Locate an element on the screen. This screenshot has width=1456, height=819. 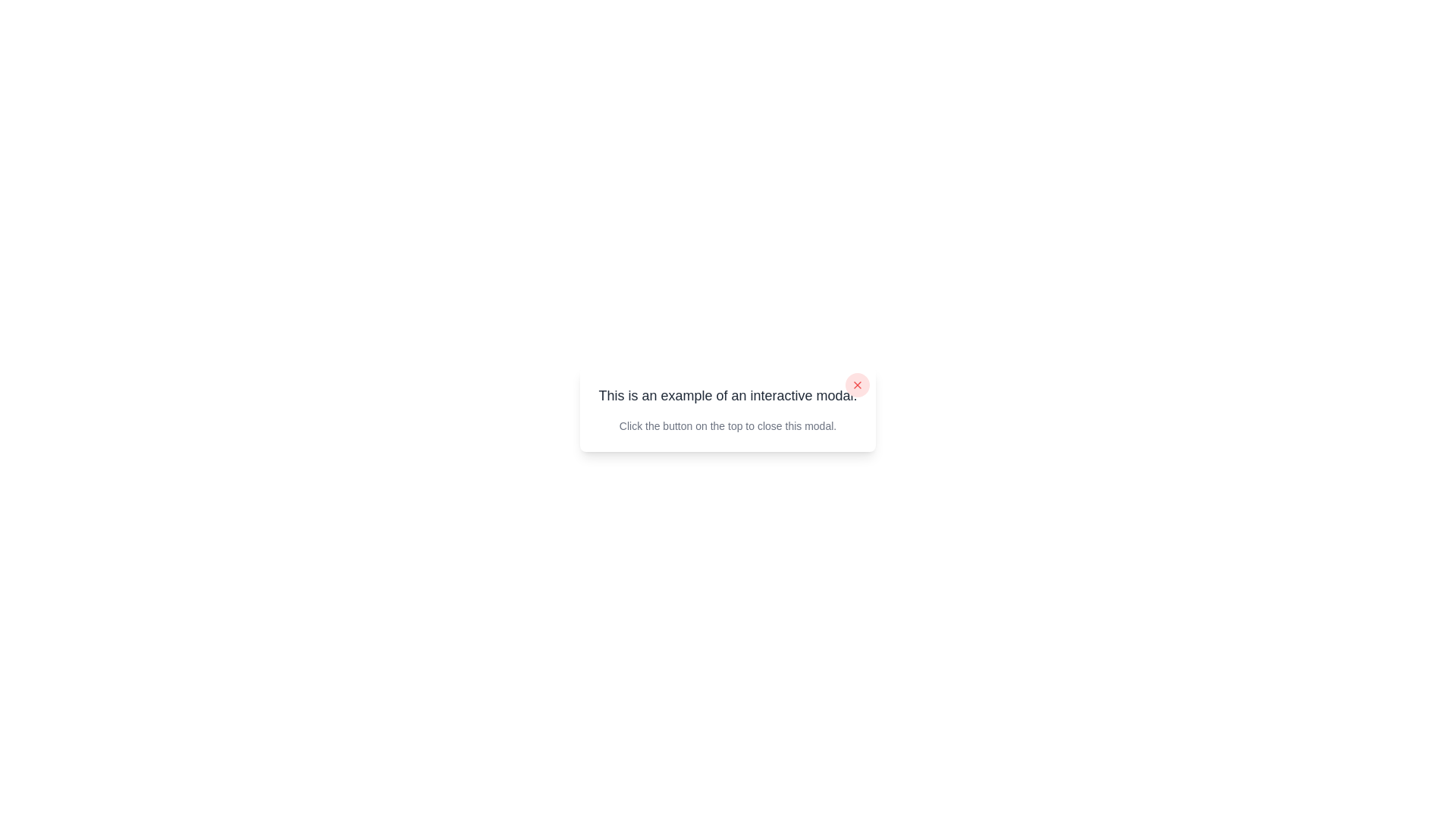
the red 'X' button in the top-right corner of the modal dialog is located at coordinates (857, 384).